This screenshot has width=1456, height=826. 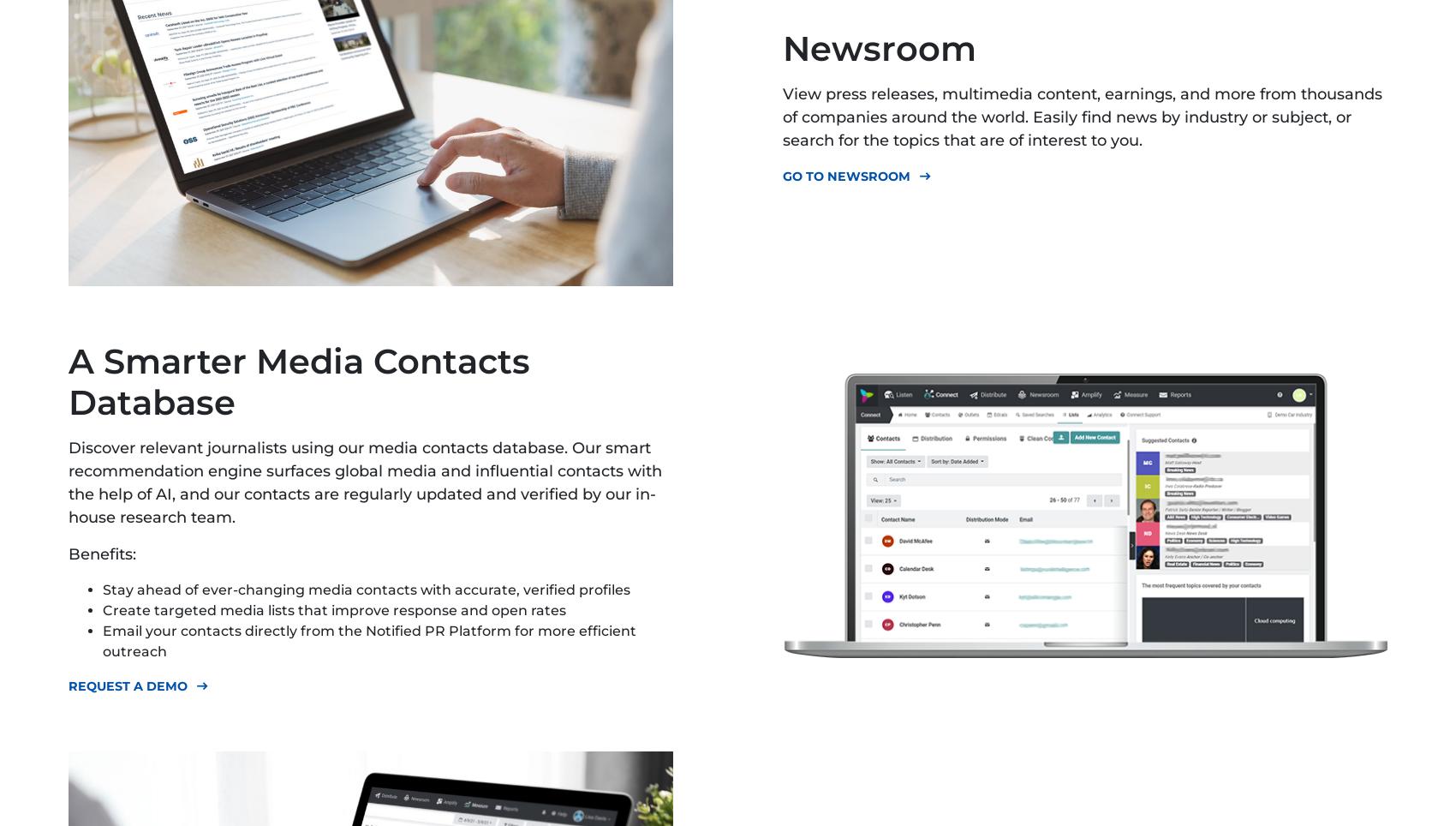 What do you see at coordinates (365, 482) in the screenshot?
I see `'Discover relevant journalists using our media contacts database. Our smart recommendation engine surfaces global media and influential contacts with the help of AI, and our contacts are regularly updated and verified by our in-house research team.'` at bounding box center [365, 482].